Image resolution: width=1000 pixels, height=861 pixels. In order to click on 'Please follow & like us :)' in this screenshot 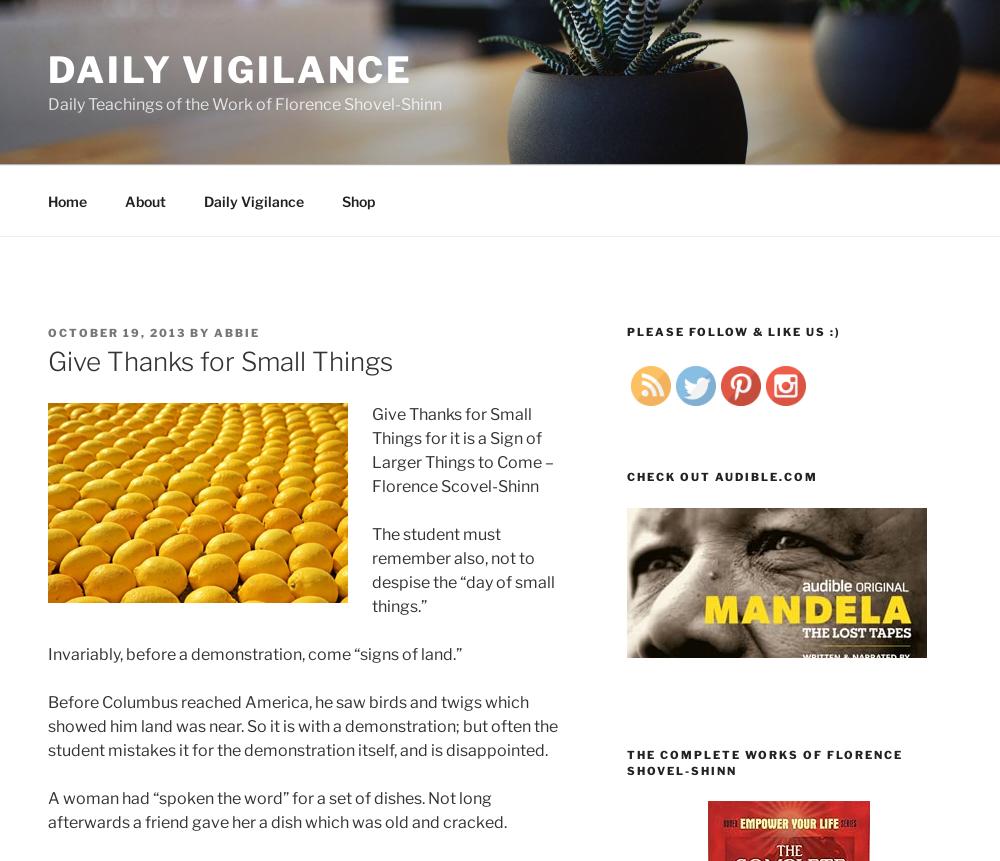, I will do `click(732, 331)`.